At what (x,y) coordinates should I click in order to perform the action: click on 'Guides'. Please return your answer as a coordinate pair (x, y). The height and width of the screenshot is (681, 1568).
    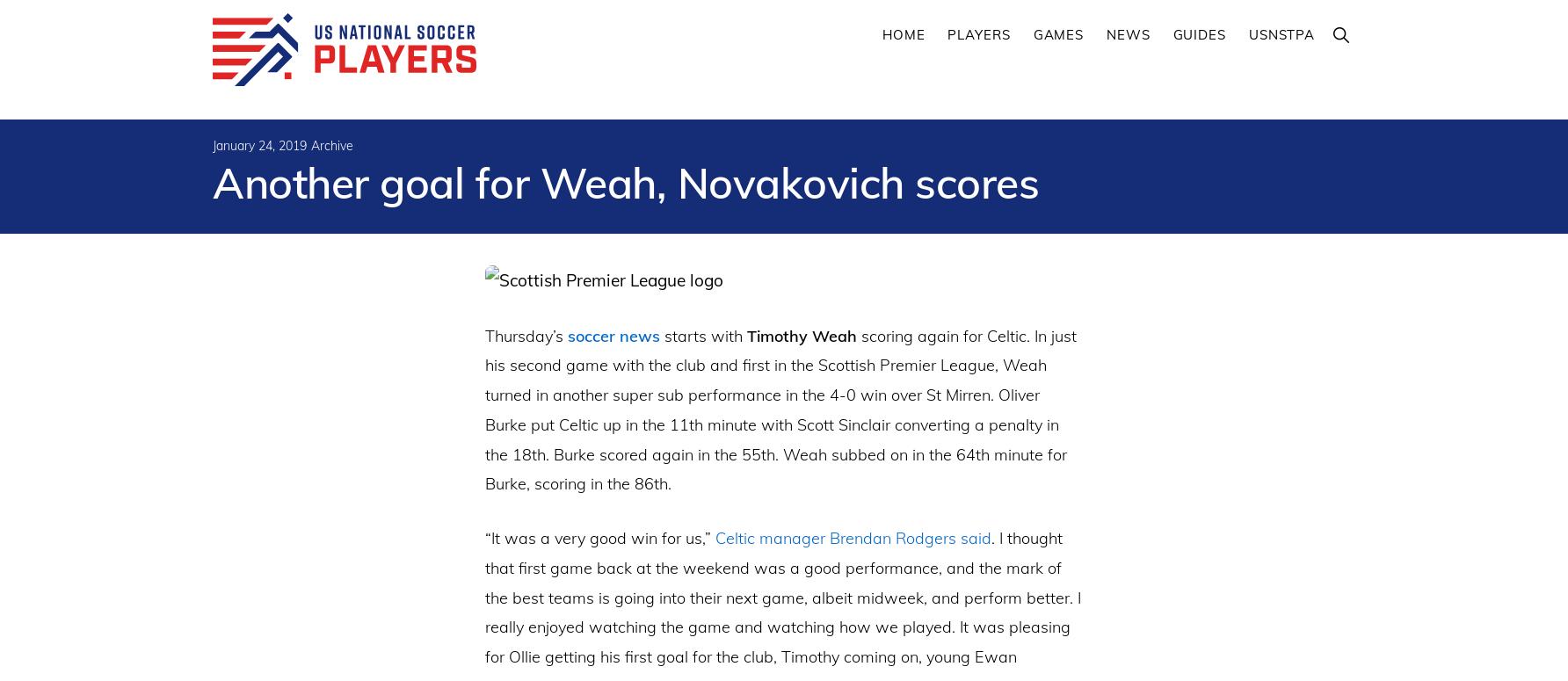
    Looking at the image, I should click on (1199, 34).